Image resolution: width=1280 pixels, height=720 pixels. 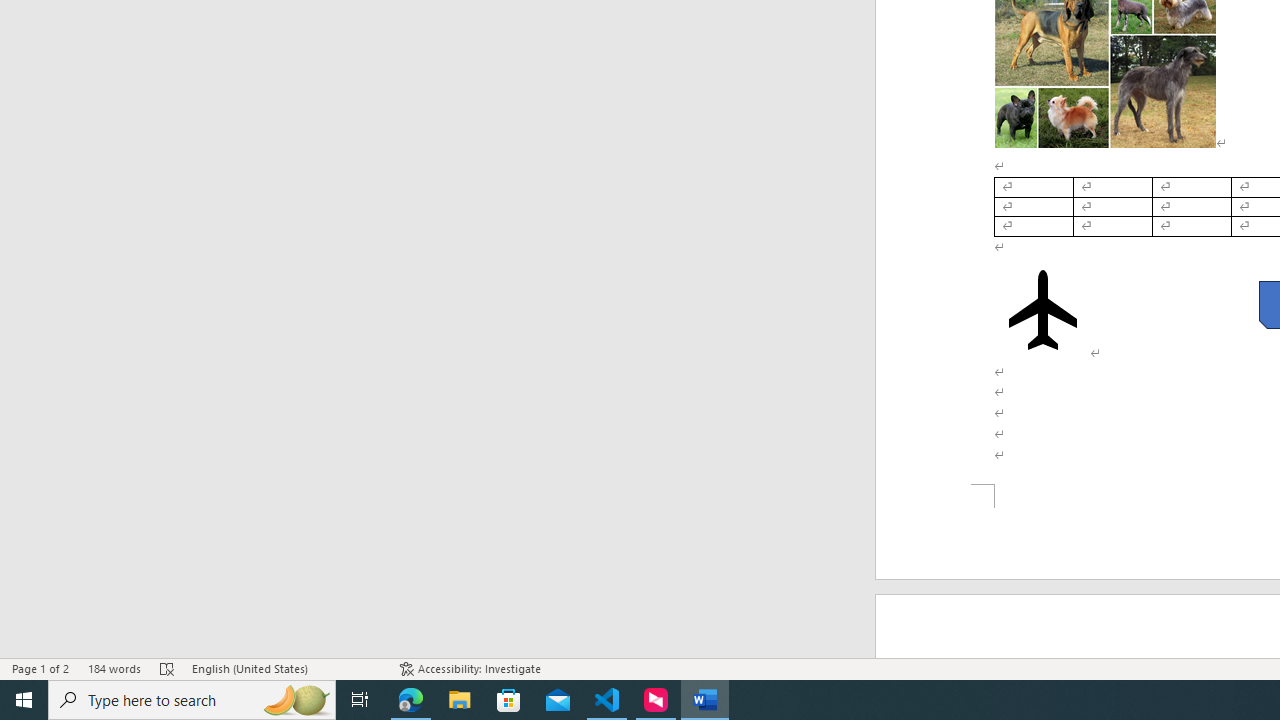 What do you see at coordinates (40, 669) in the screenshot?
I see `'Page Number Page 1 of 2'` at bounding box center [40, 669].